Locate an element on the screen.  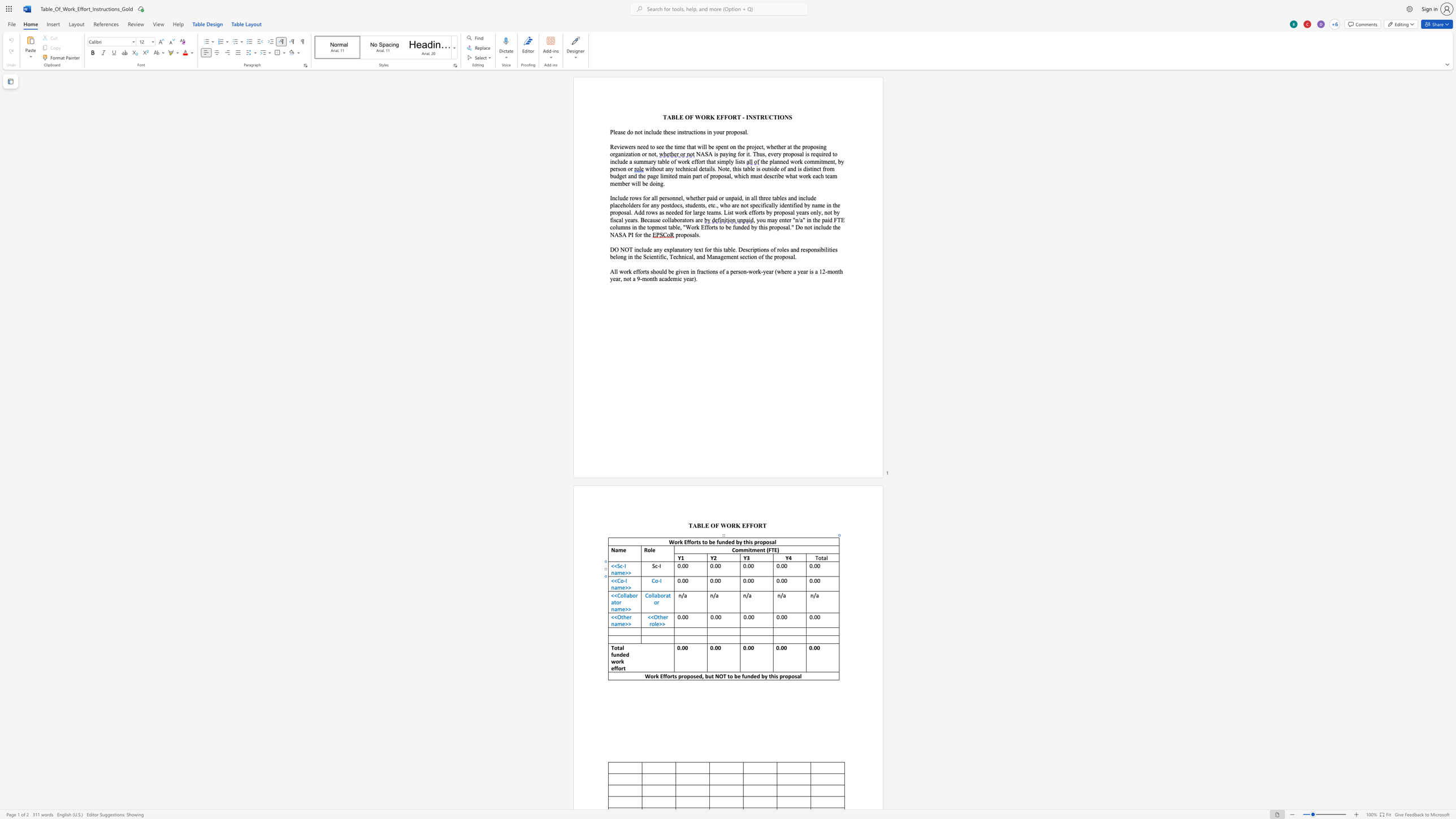
the space between the continuous character "b" and "o" in the text is located at coordinates (632, 595).